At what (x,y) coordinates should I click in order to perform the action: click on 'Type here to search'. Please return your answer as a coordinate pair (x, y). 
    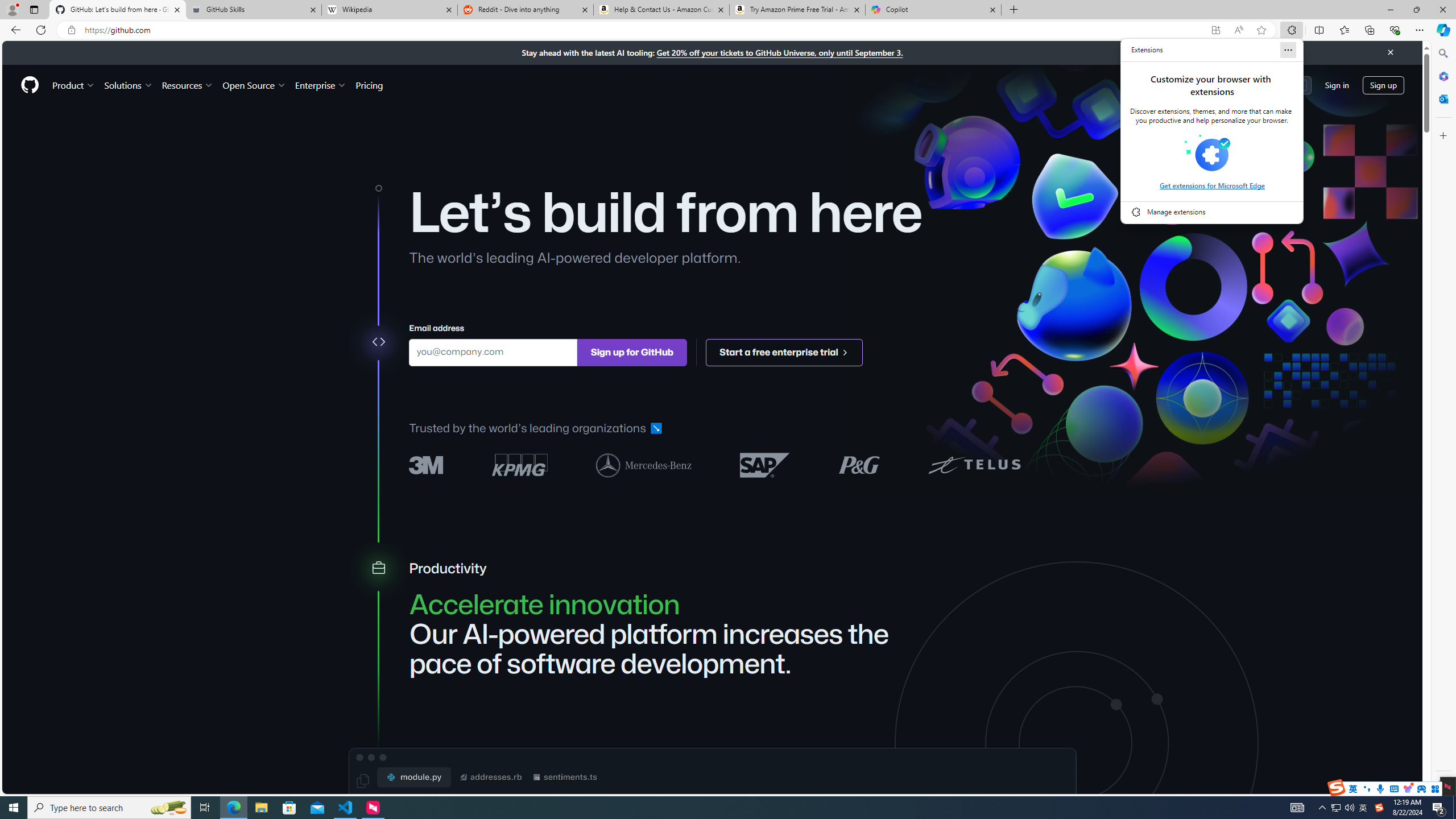
    Looking at the image, I should click on (109, 806).